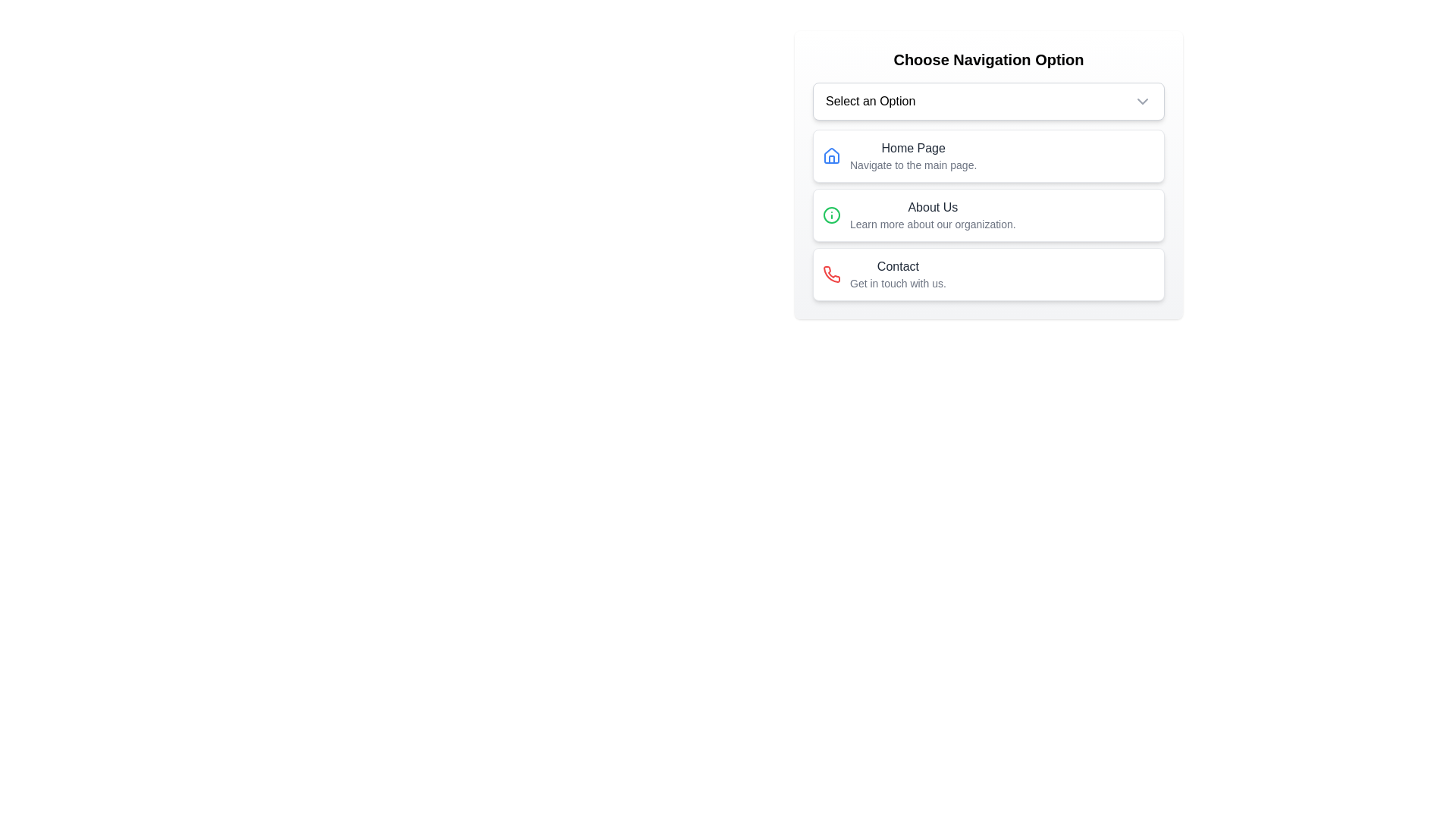  What do you see at coordinates (932, 224) in the screenshot?
I see `the 'About Us' text label that provides a brief description about its section, located directly beneath the 'About Us' title` at bounding box center [932, 224].